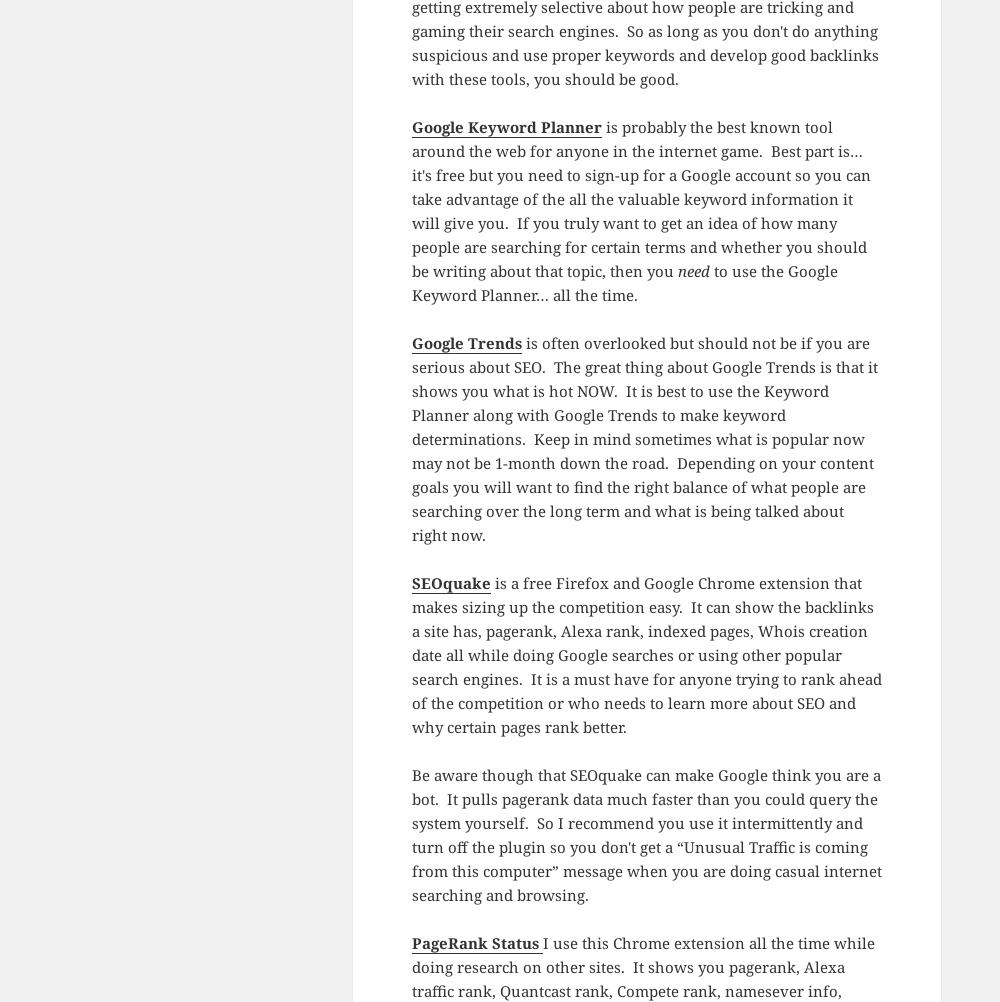  Describe the element at coordinates (449, 582) in the screenshot. I see `'SEOquake'` at that location.